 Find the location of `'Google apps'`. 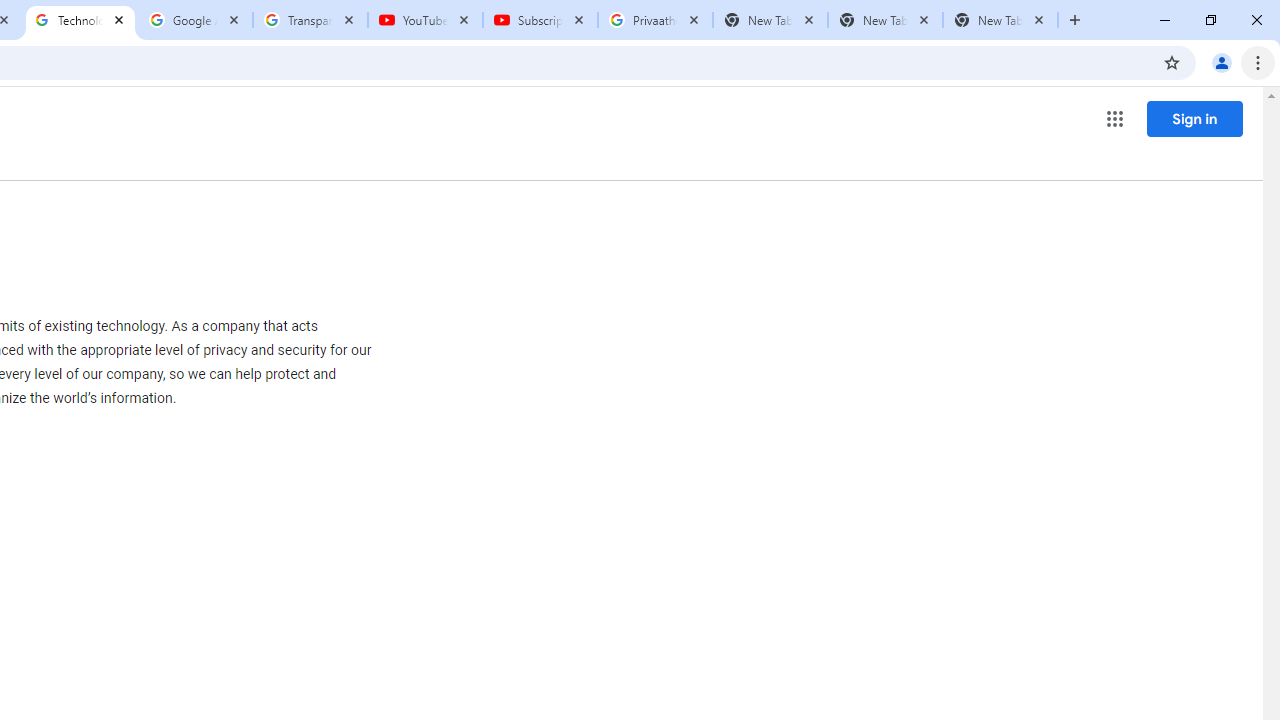

'Google apps' is located at coordinates (1113, 119).